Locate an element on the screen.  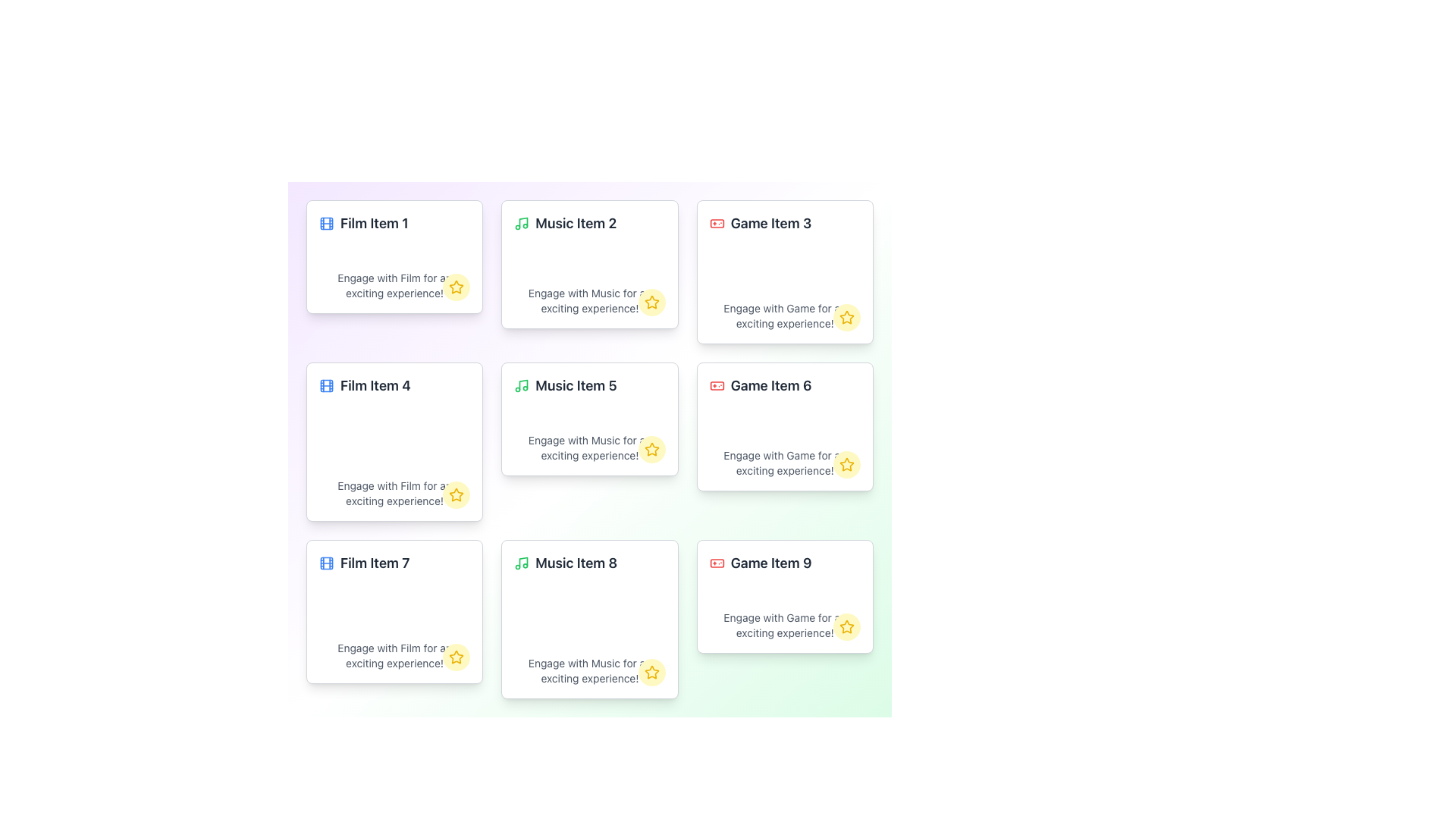
the Information Tile containing 'Film Item 7' and its associated icons is located at coordinates (394, 610).